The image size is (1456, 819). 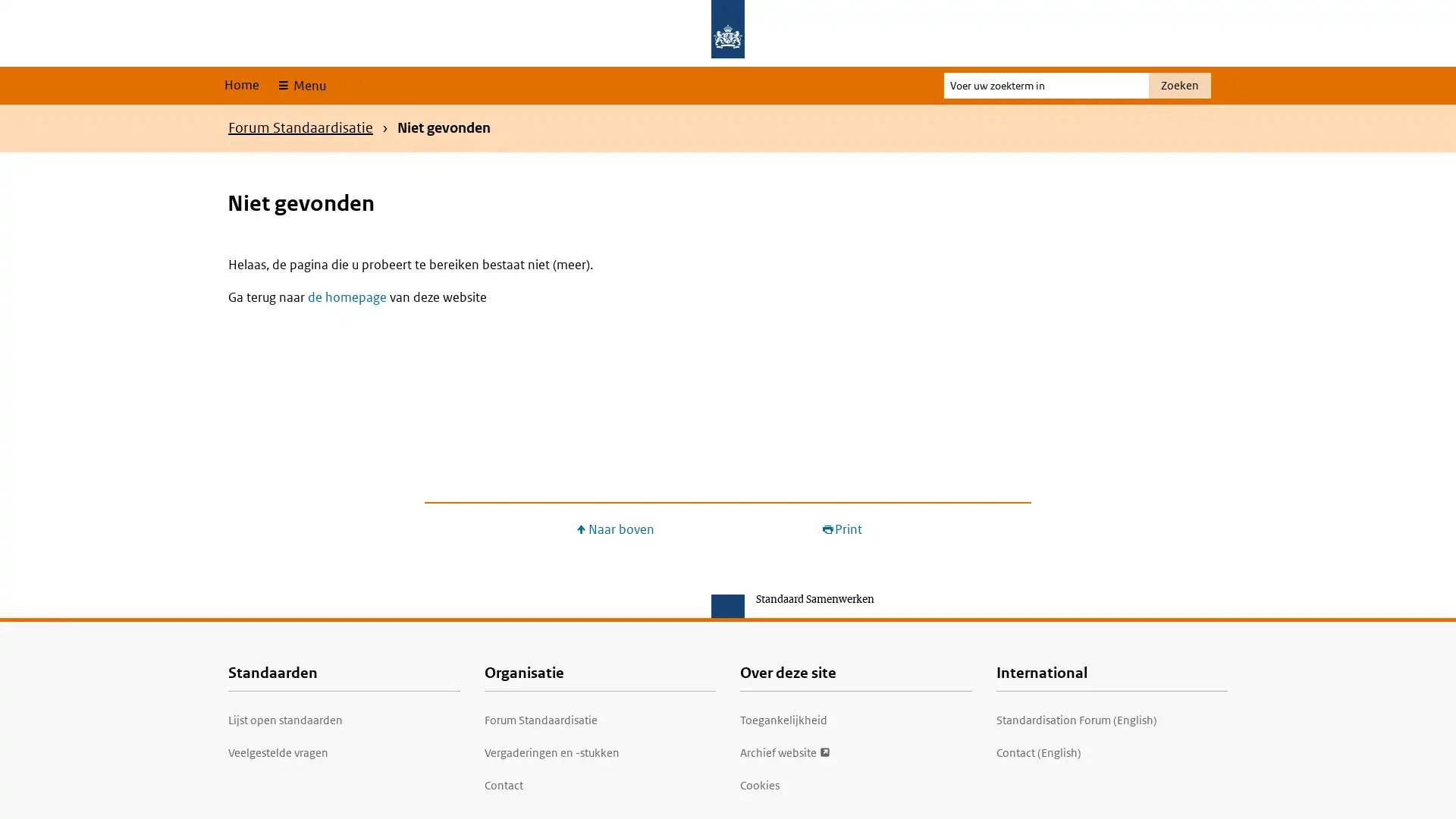 What do you see at coordinates (300, 85) in the screenshot?
I see `Toggle main menu navigation` at bounding box center [300, 85].